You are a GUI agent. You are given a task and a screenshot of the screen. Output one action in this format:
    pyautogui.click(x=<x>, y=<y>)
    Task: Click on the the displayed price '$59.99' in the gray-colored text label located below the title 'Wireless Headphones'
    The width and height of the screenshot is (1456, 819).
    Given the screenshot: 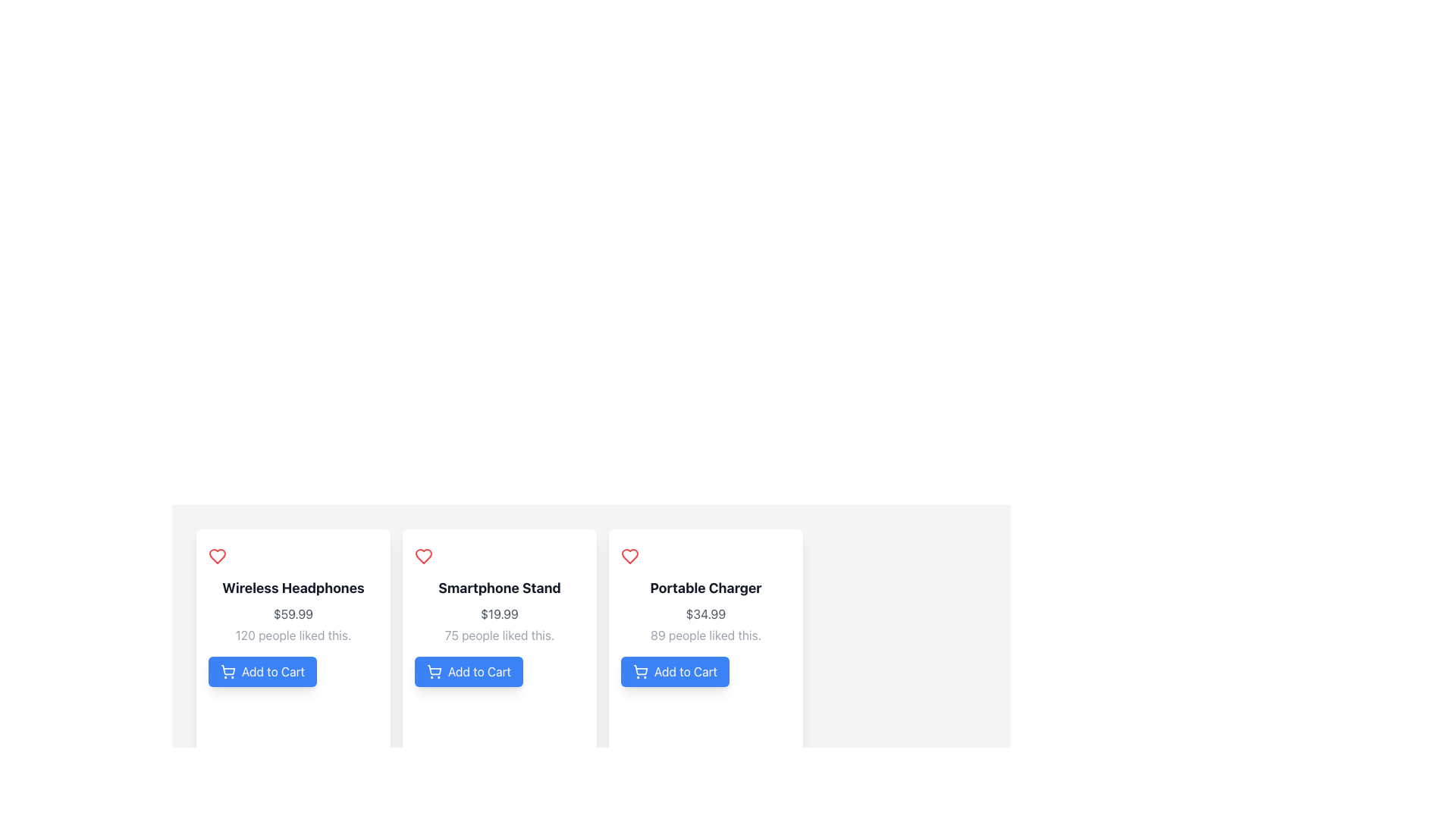 What is the action you would take?
    pyautogui.click(x=293, y=614)
    